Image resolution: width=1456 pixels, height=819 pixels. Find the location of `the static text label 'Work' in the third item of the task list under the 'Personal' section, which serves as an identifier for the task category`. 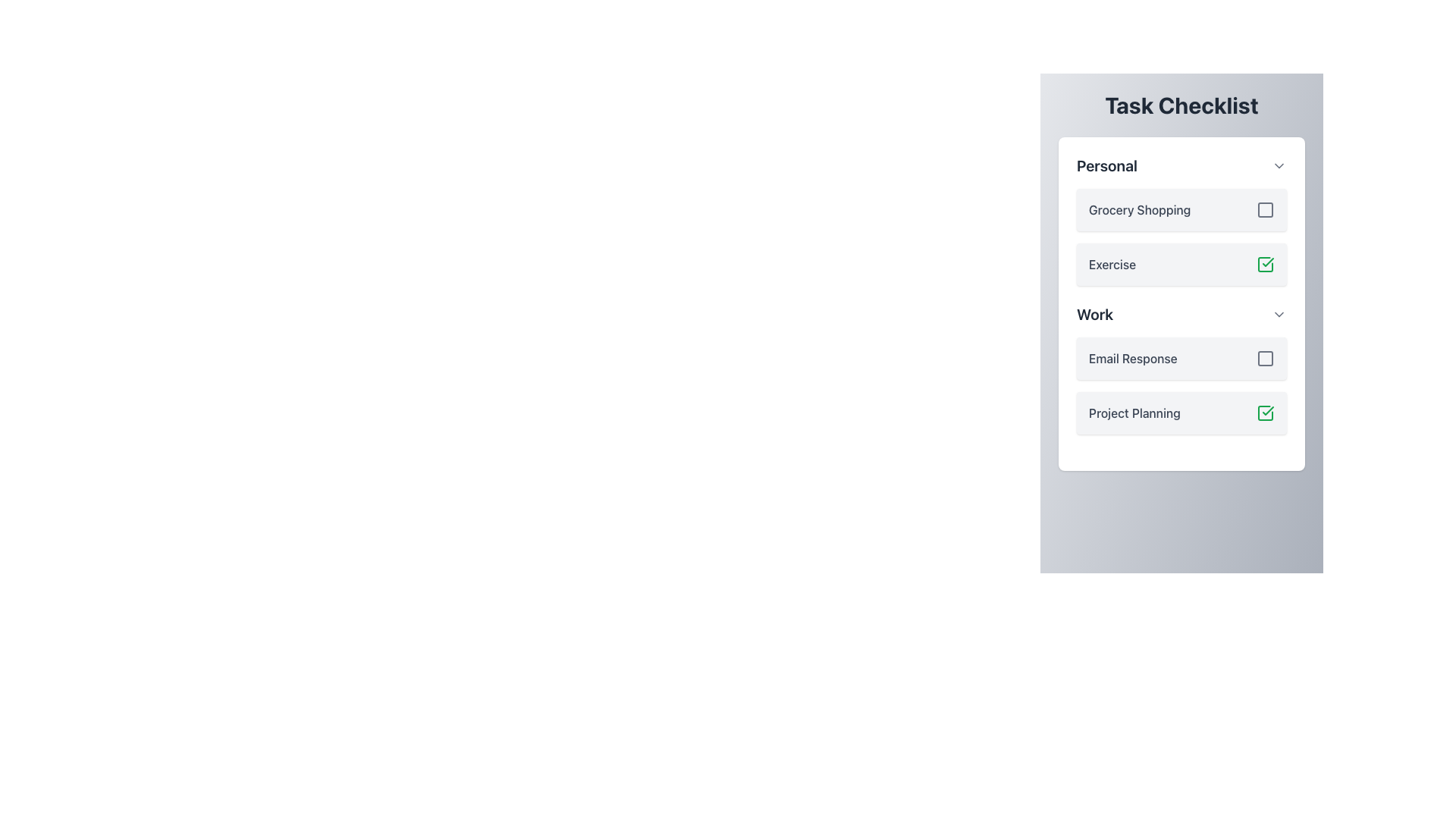

the static text label 'Work' in the third item of the task list under the 'Personal' section, which serves as an identifier for the task category is located at coordinates (1095, 314).